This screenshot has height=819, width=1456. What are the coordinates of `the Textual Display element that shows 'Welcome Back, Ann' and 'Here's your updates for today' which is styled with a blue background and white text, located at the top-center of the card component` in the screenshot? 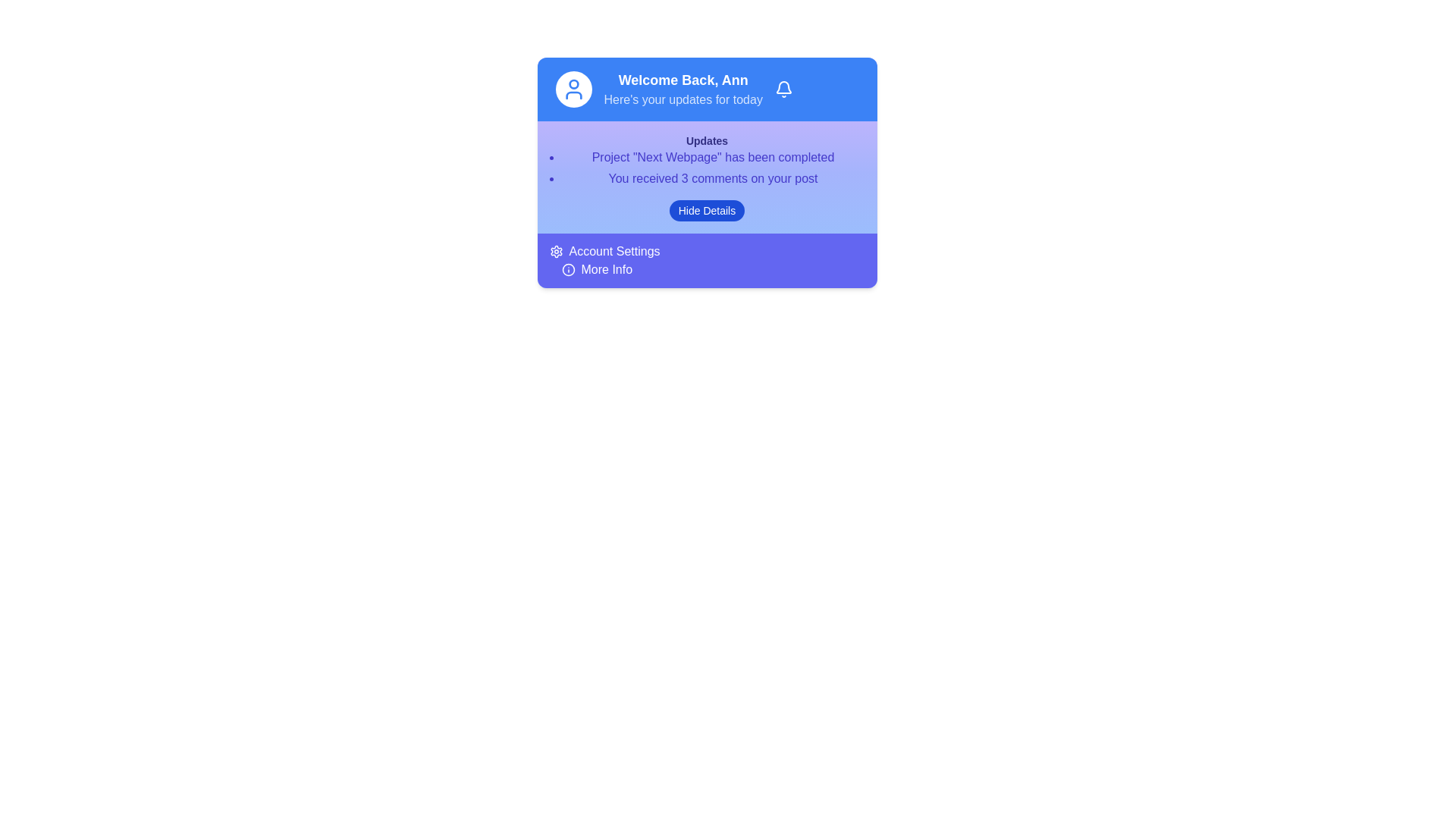 It's located at (682, 89).